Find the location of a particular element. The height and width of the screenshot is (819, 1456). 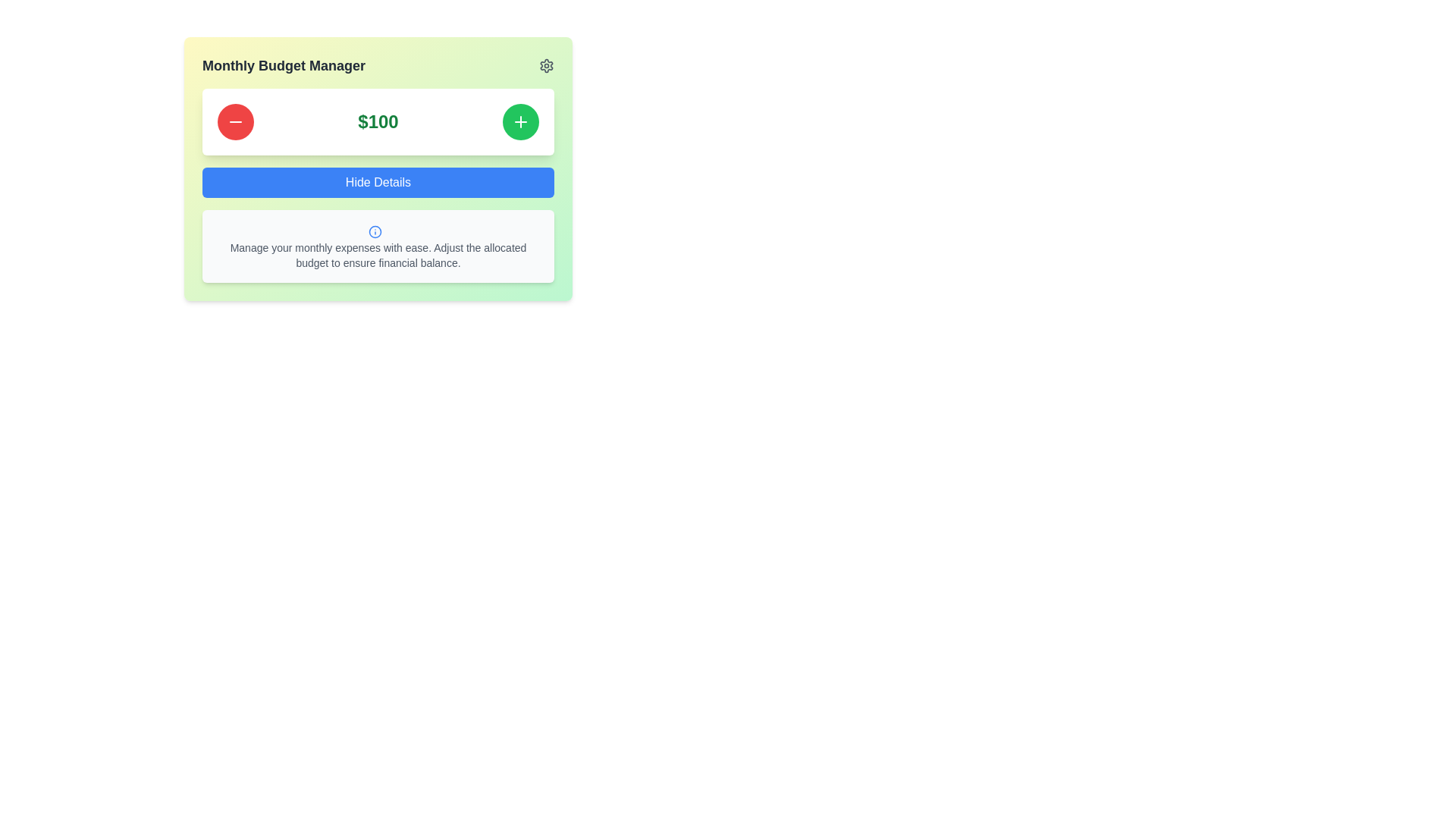

the increment button located on the right side of the top section, adjacent to the figure '$100' is located at coordinates (520, 121).